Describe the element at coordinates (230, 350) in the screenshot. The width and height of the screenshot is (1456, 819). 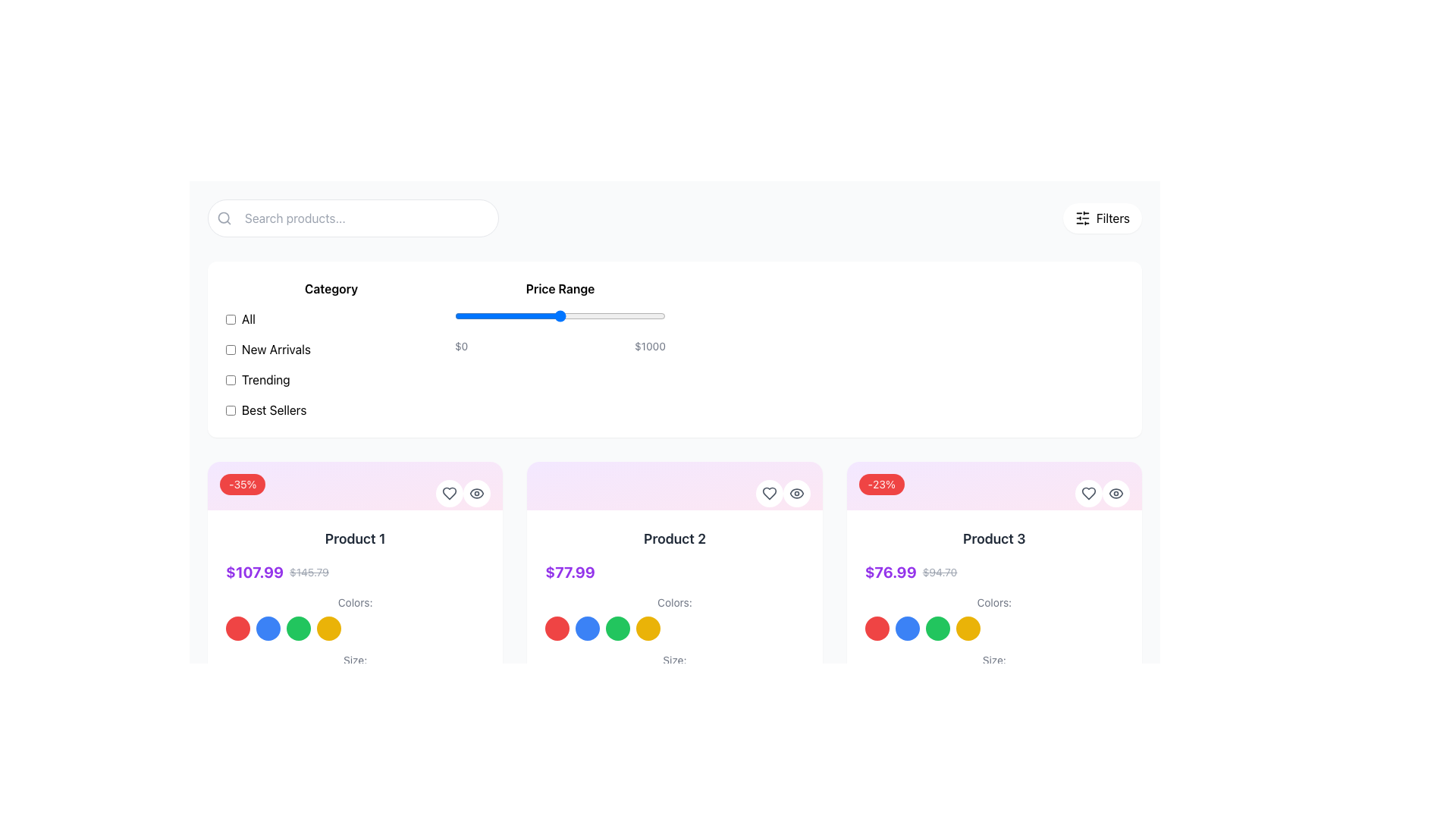
I see `the 'New Arrivals' checkbox` at that location.